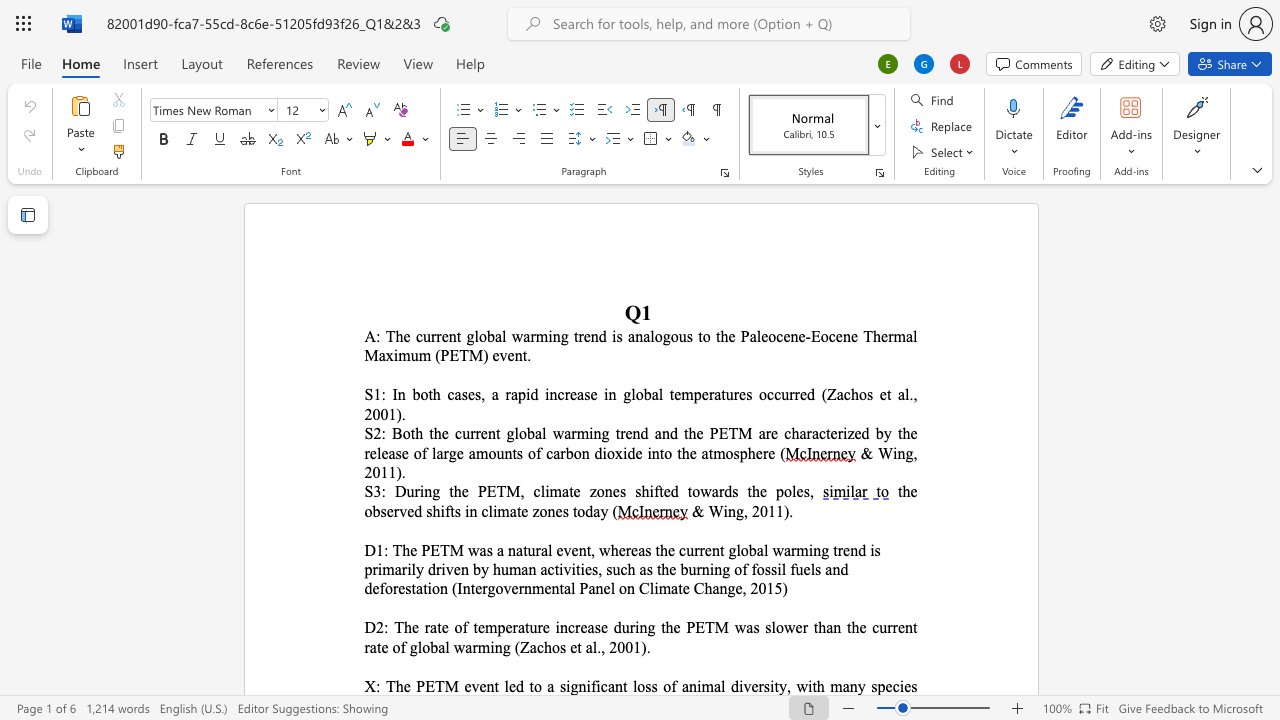  Describe the element at coordinates (457, 626) in the screenshot. I see `the 1th character "o" in the text` at that location.